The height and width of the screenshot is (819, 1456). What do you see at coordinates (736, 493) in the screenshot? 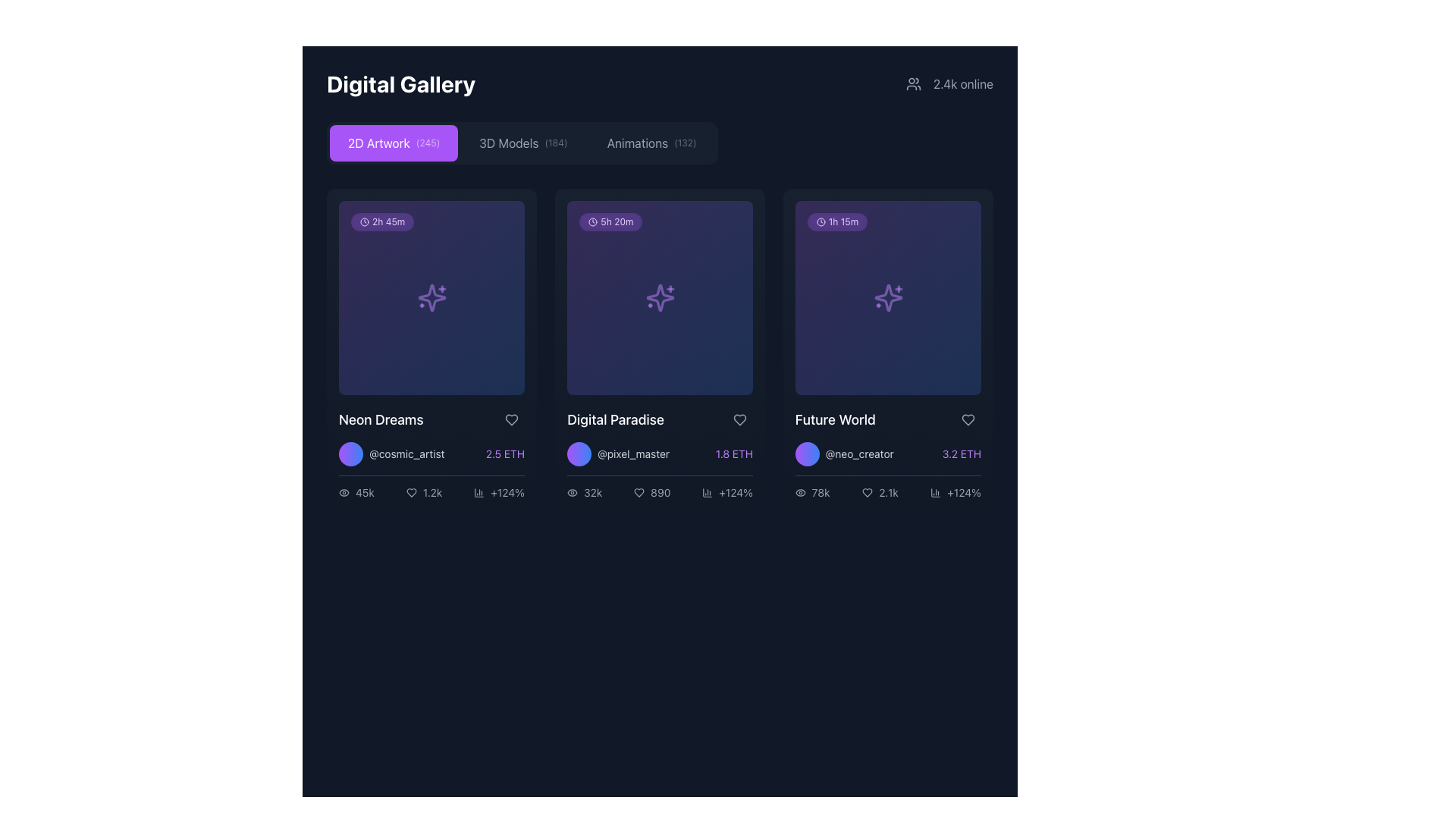
I see `the text label displaying '+124%' in bold white font located at the bottom-right corner of the second card (Digital Paradise)` at bounding box center [736, 493].